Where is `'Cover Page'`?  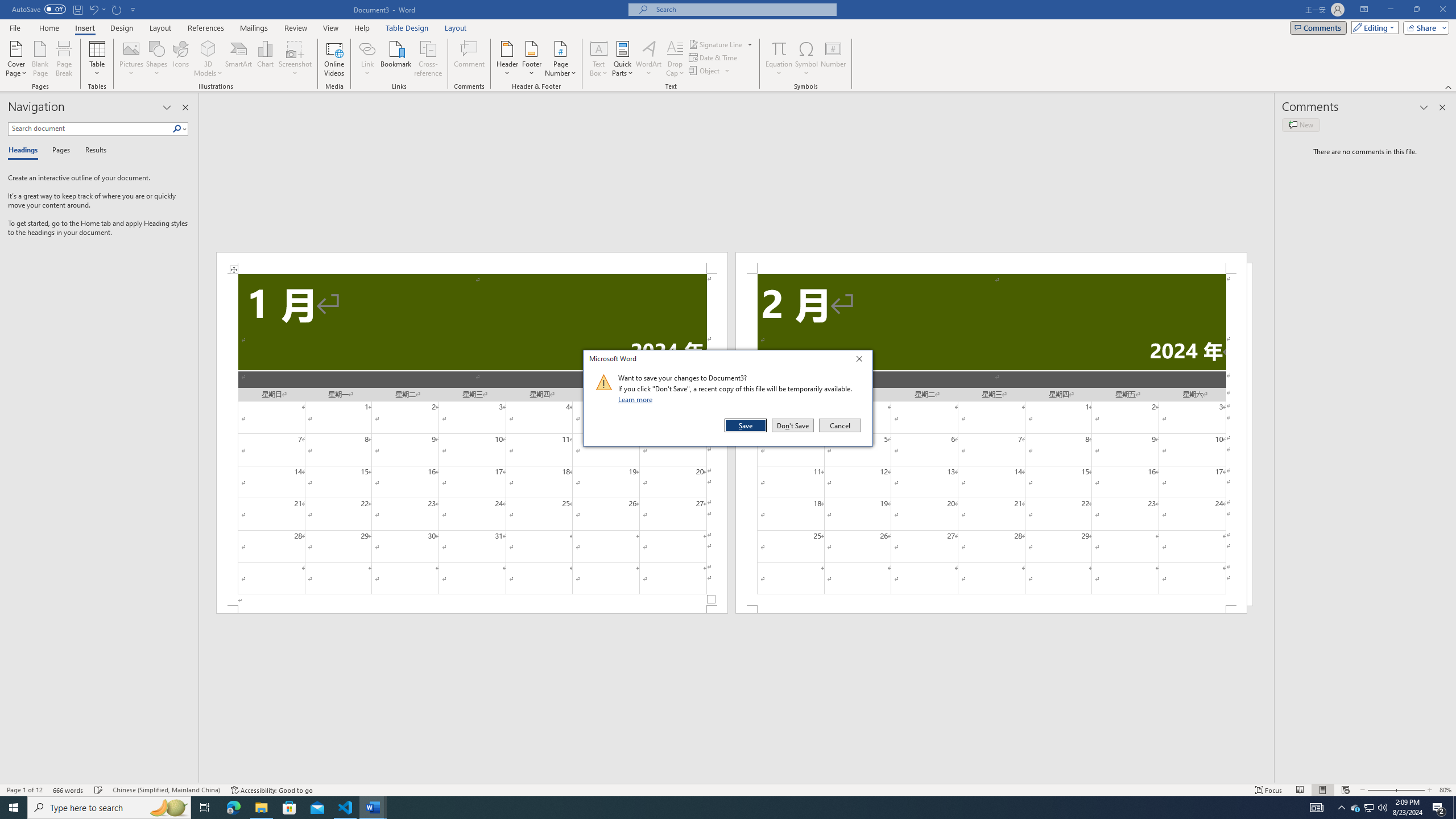 'Cover Page' is located at coordinates (16, 59).